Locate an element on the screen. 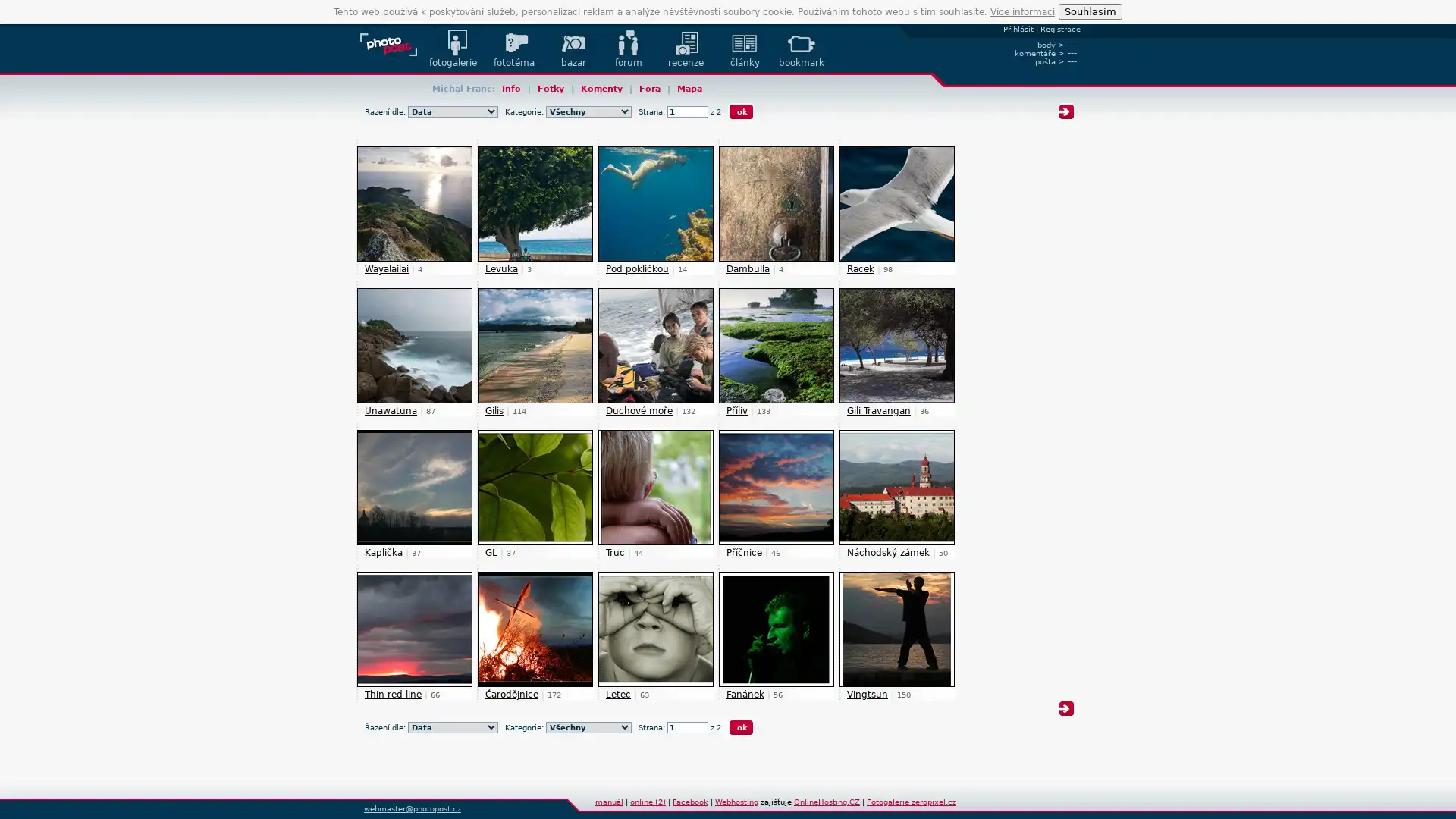  ok is located at coordinates (742, 726).